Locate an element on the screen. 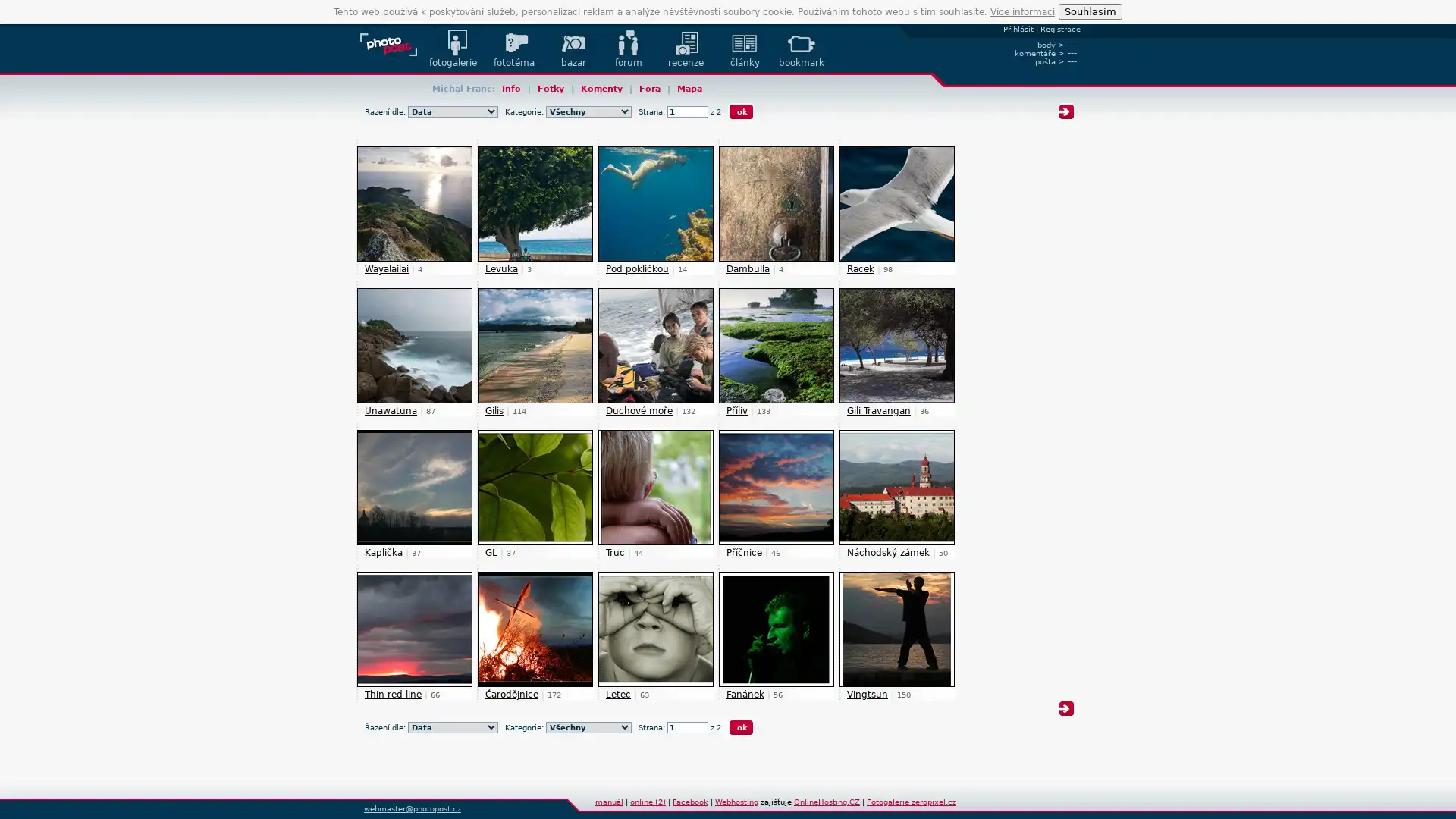  ok is located at coordinates (742, 726).